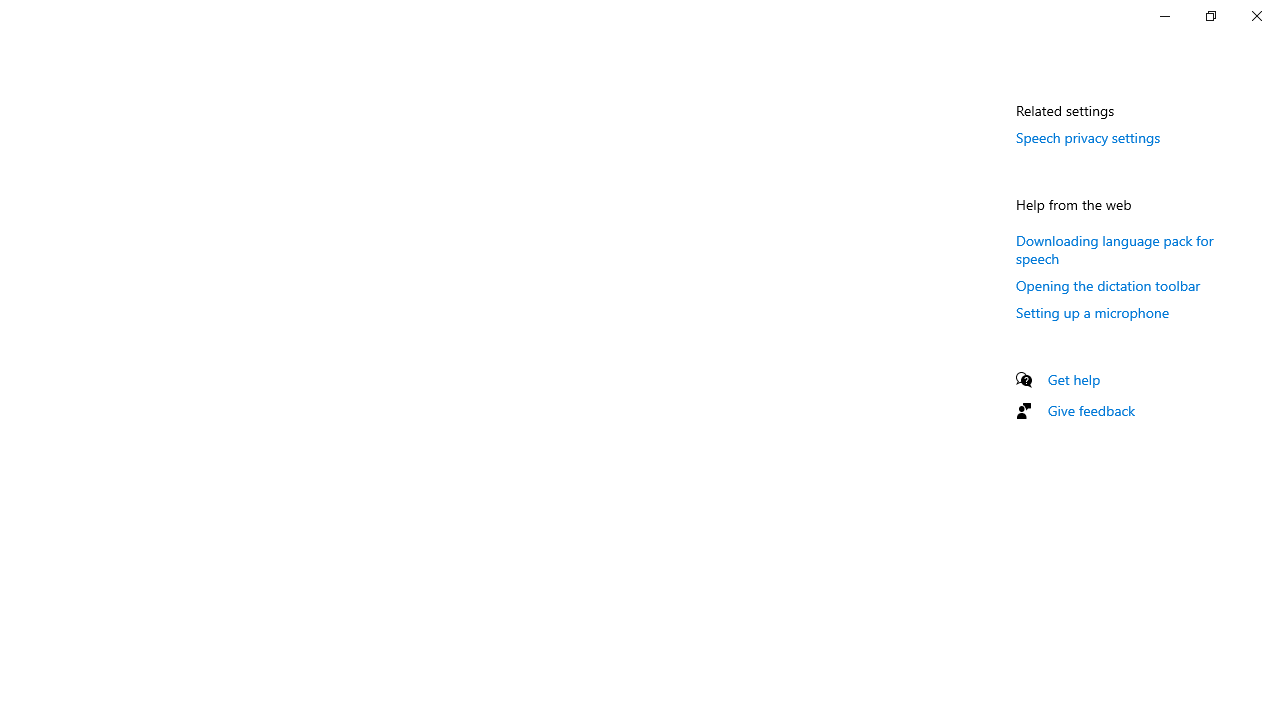  I want to click on 'Close Settings', so click(1255, 15).